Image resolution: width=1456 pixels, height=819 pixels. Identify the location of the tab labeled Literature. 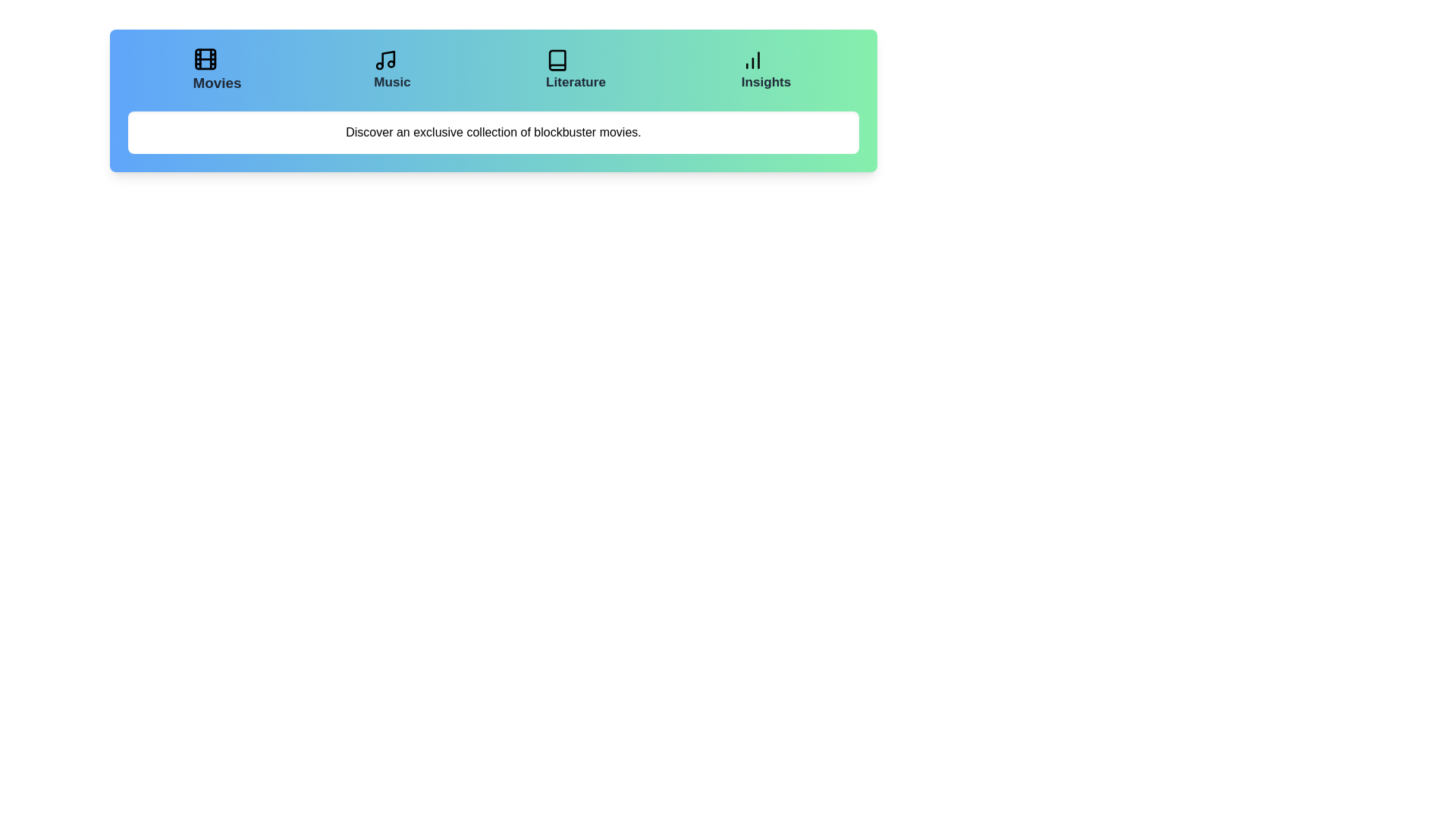
(575, 70).